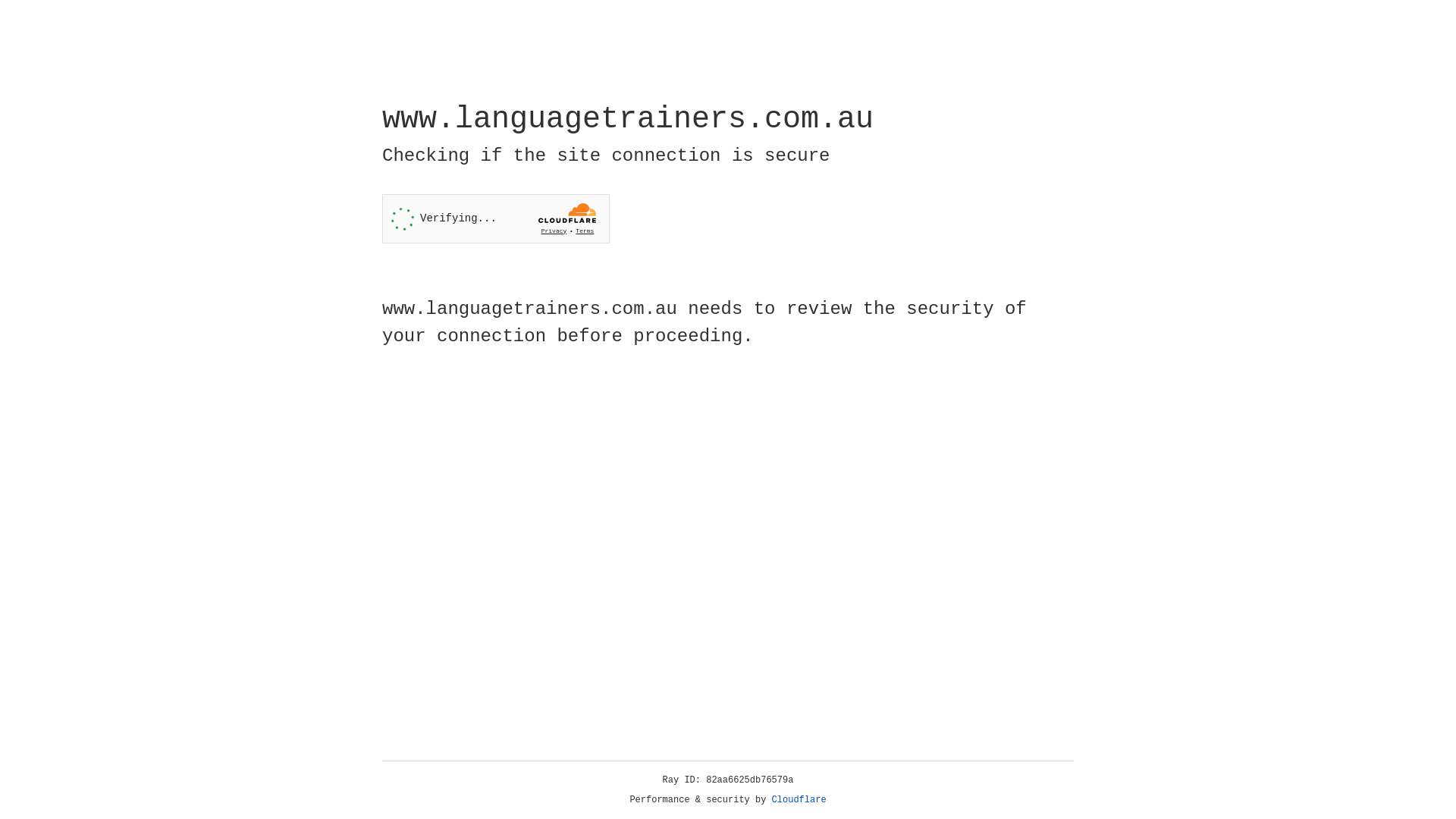 The width and height of the screenshot is (1456, 819). What do you see at coordinates (495, 218) in the screenshot?
I see `'Widget containing a Cloudflare security challenge'` at bounding box center [495, 218].